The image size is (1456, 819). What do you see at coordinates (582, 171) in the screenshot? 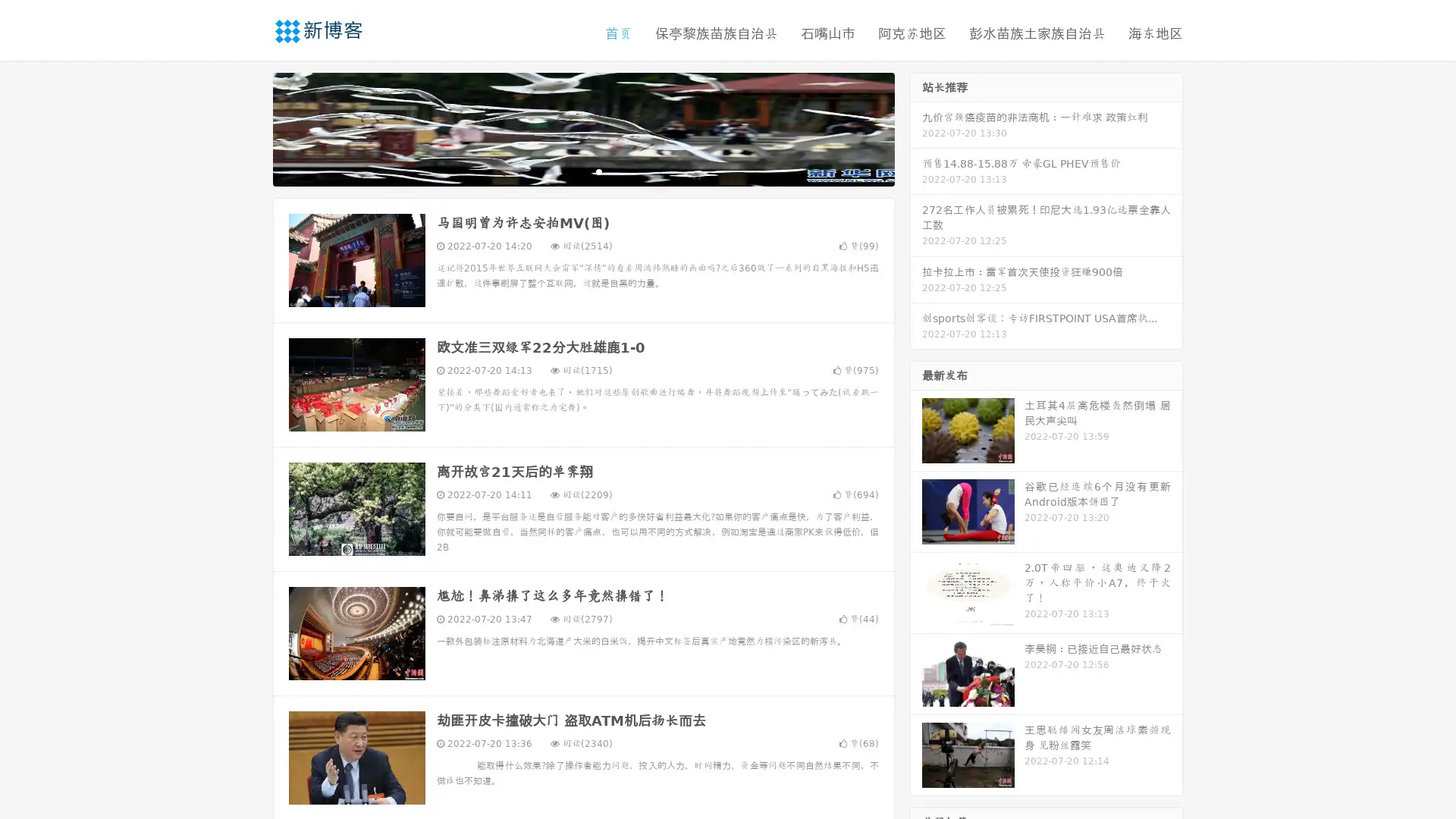
I see `Go to slide 2` at bounding box center [582, 171].